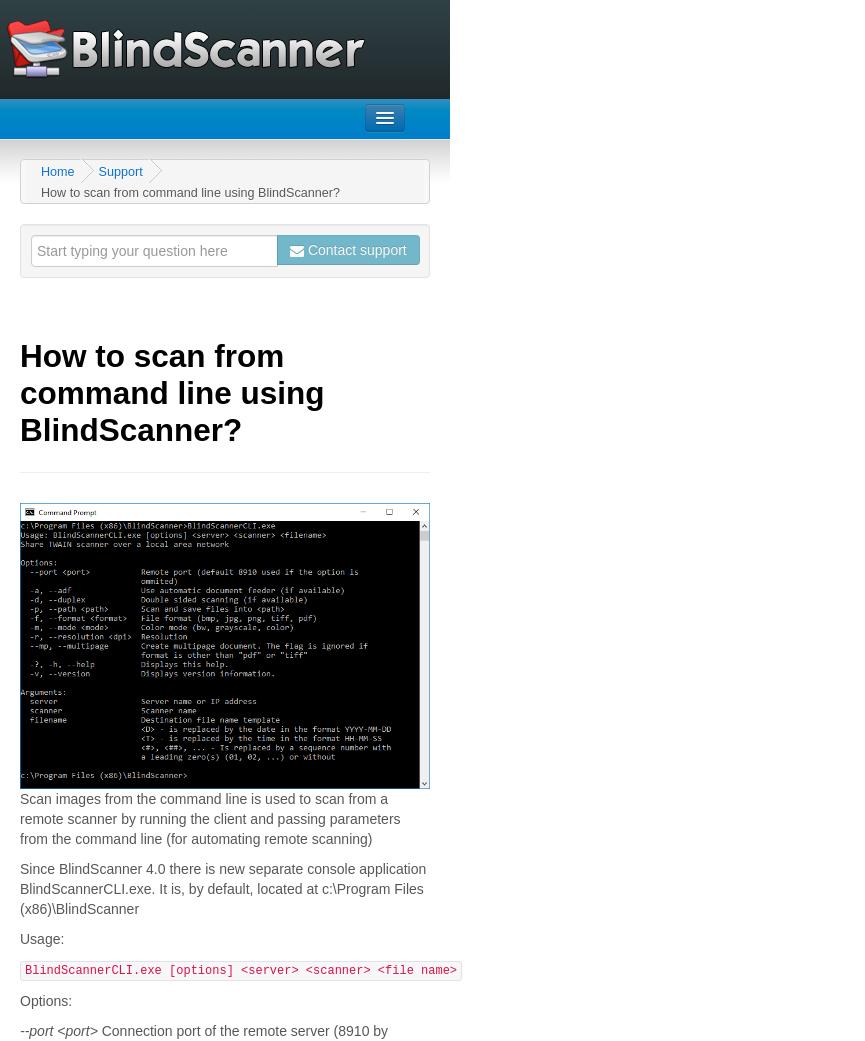 Image resolution: width=865 pixels, height=1041 pixels. What do you see at coordinates (19, 818) in the screenshot?
I see `'Scan images from the command line is used to scan from a remote scanner by running the client and passing parameters from the command line (for automating remote scanning)'` at bounding box center [19, 818].